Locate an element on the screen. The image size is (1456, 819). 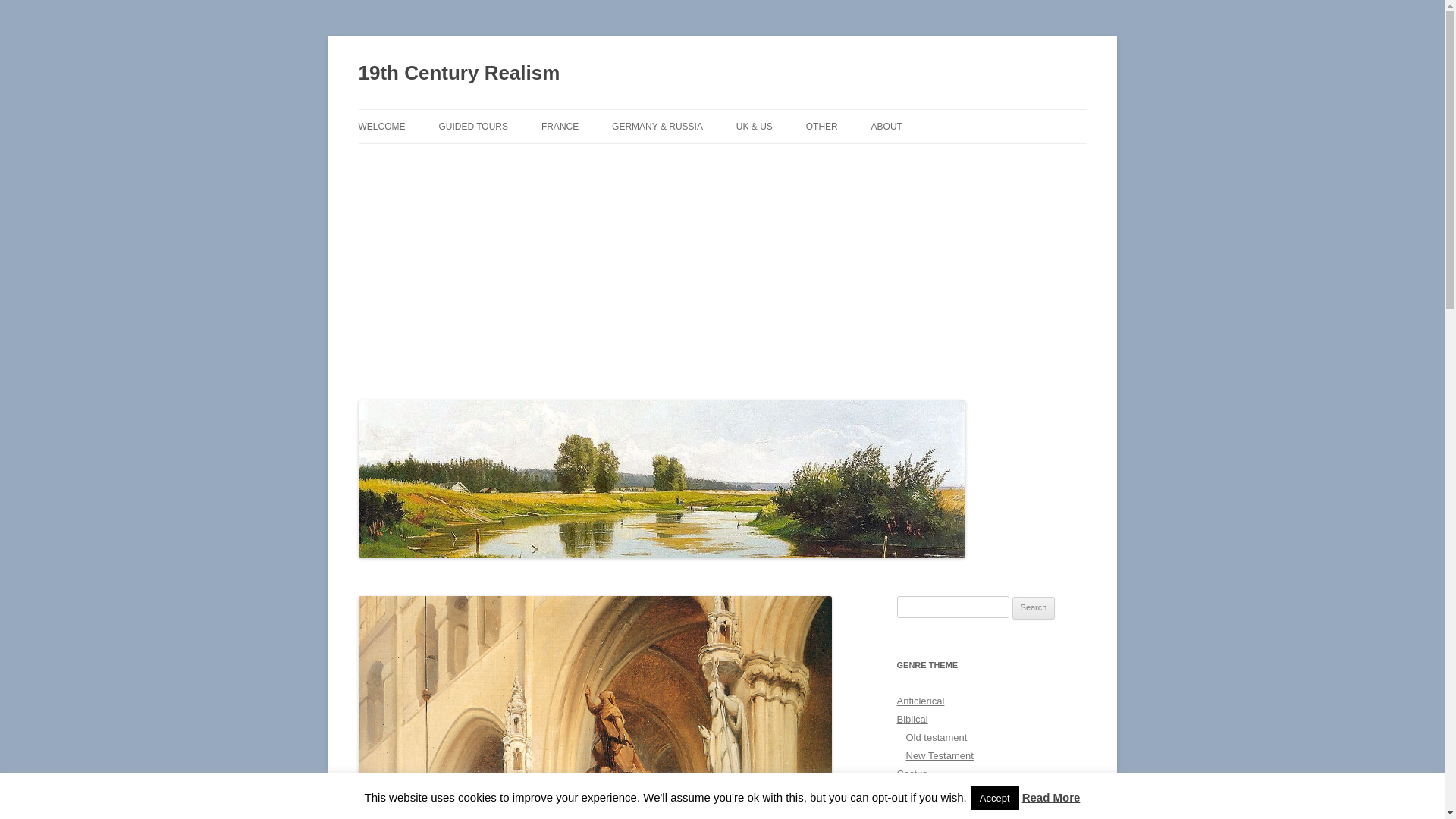
'GUIDED TOURS' is located at coordinates (472, 125).